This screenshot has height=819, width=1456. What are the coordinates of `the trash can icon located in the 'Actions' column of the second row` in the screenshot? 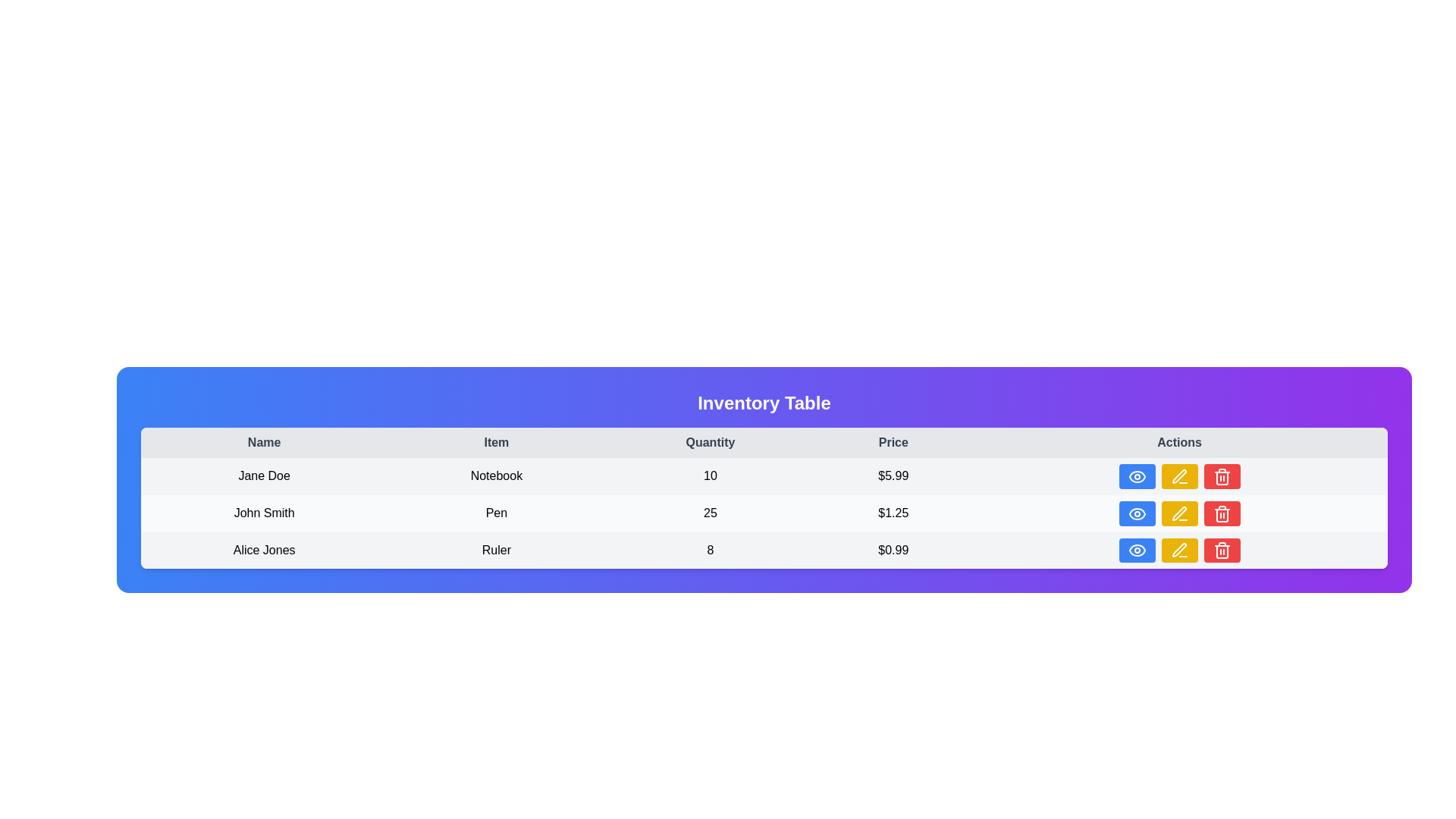 It's located at (1222, 514).